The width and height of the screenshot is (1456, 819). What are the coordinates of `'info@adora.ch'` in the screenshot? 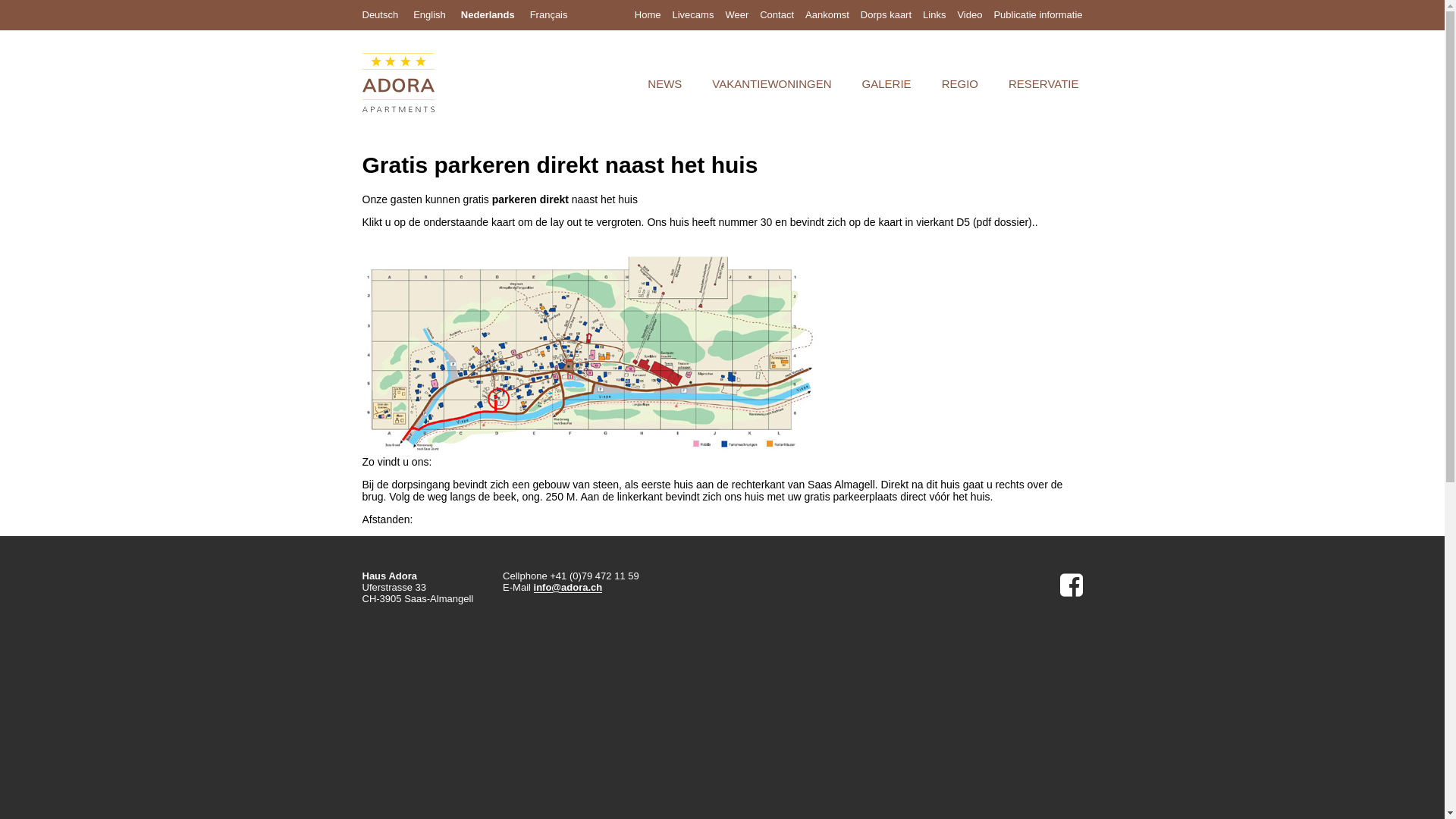 It's located at (567, 587).